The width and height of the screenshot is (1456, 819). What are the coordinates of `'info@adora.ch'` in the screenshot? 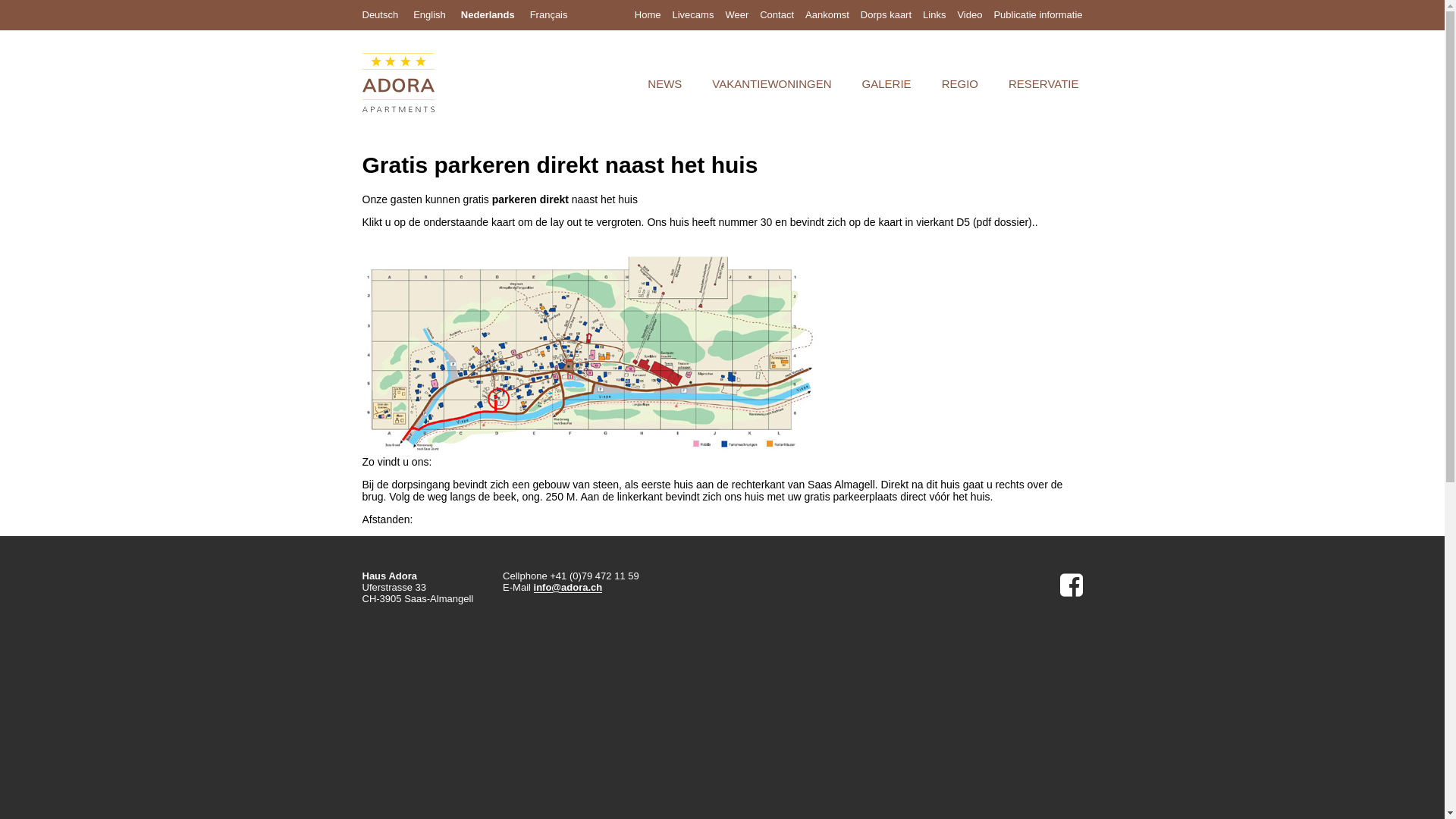 It's located at (567, 587).